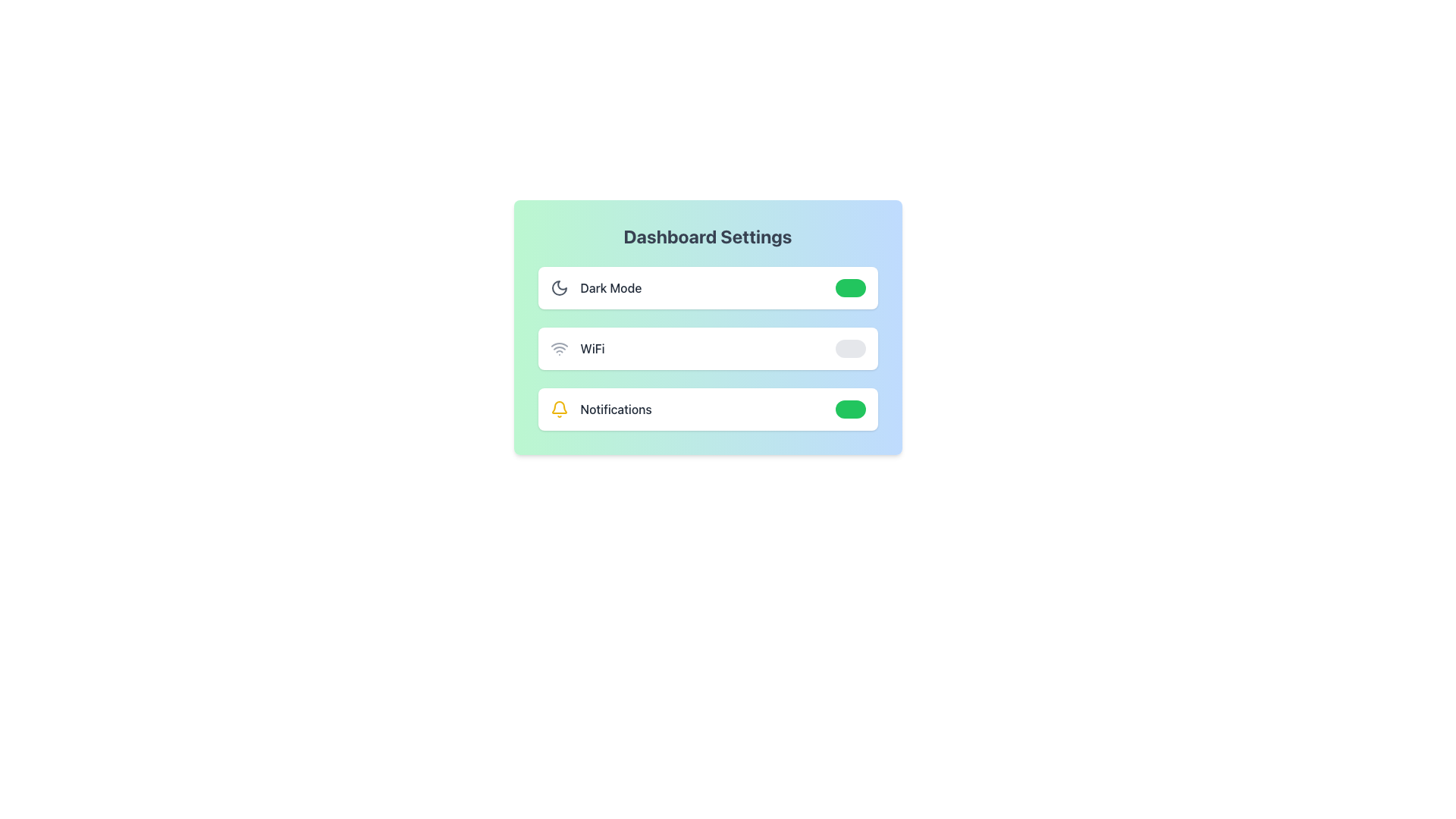 This screenshot has width=1456, height=819. What do you see at coordinates (595, 288) in the screenshot?
I see `the 'Dark Mode' label with icon and text to trigger the tooltip or styling change` at bounding box center [595, 288].